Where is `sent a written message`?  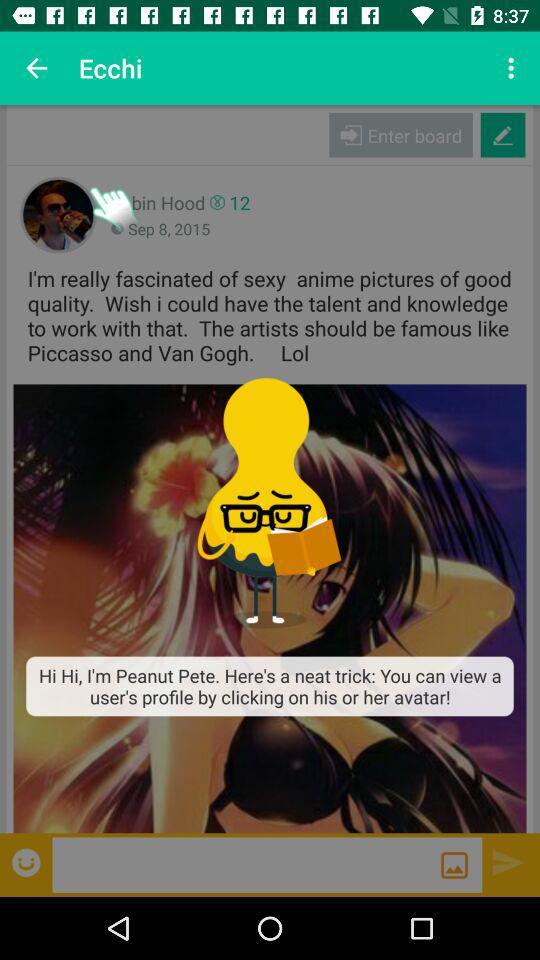
sent a written message is located at coordinates (508, 861).